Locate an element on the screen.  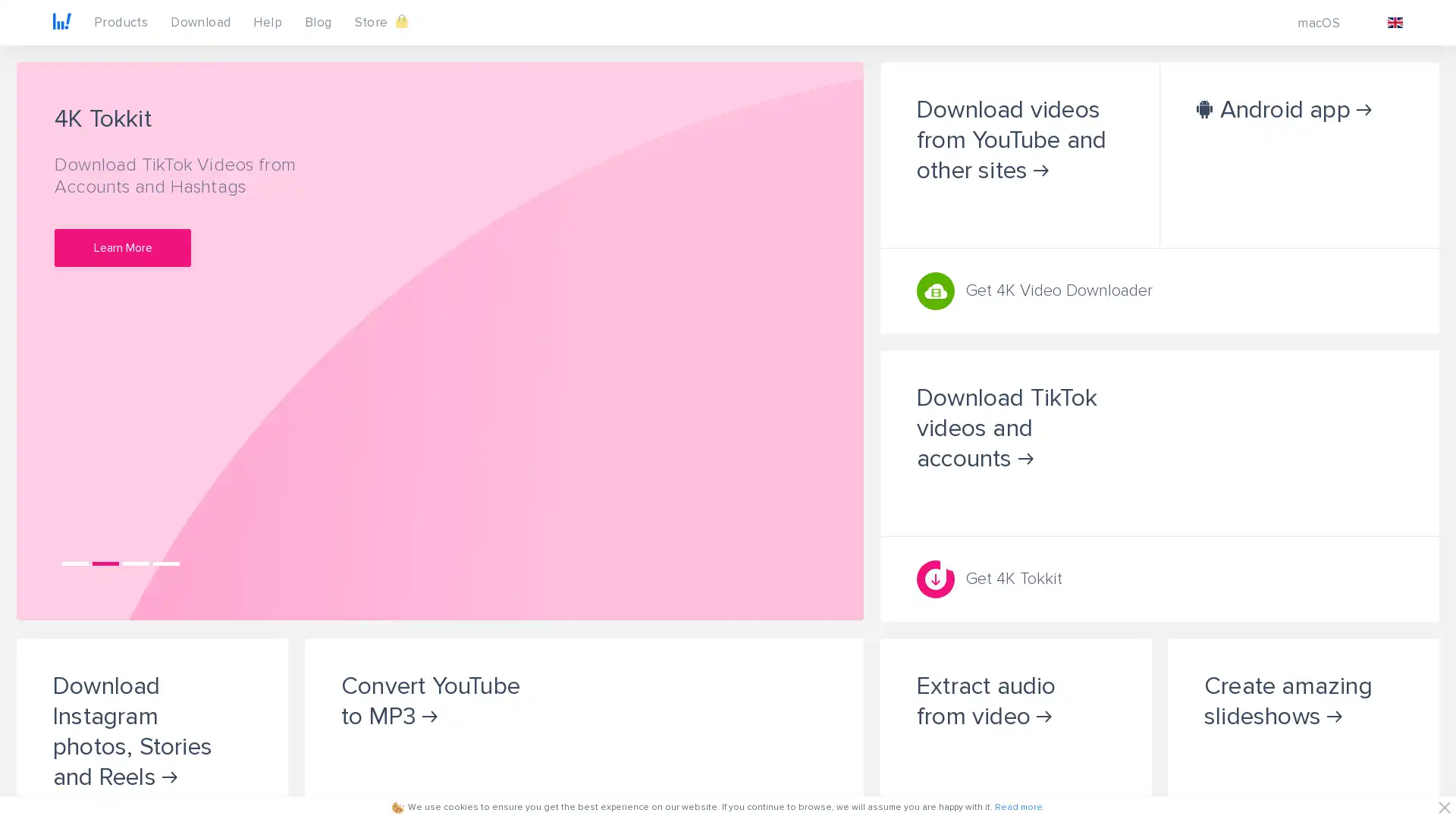
3 is located at coordinates (136, 563).